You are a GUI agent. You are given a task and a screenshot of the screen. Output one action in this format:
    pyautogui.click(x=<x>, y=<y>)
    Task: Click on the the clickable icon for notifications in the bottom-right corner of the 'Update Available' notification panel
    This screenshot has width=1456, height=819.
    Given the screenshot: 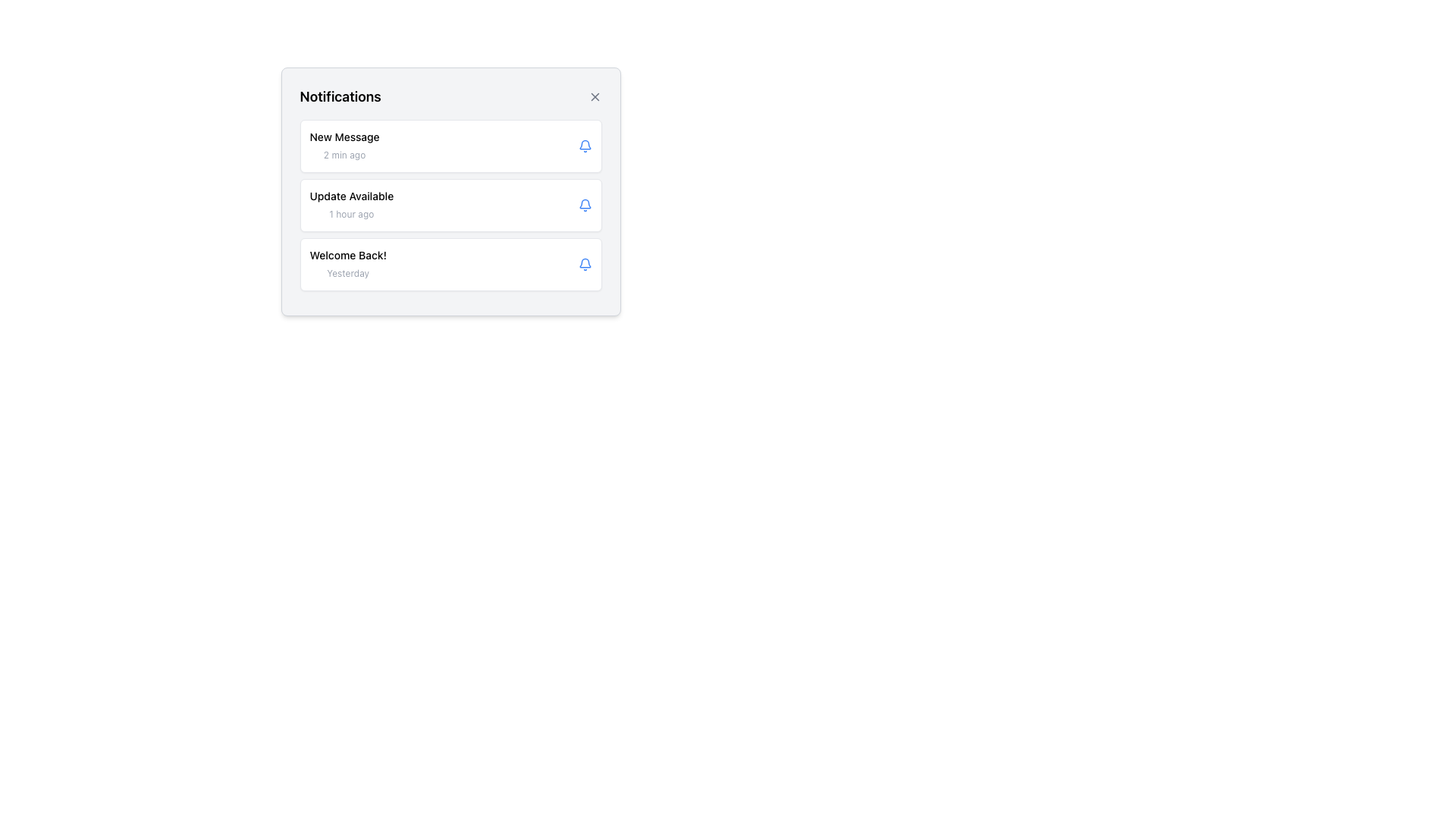 What is the action you would take?
    pyautogui.click(x=584, y=205)
    